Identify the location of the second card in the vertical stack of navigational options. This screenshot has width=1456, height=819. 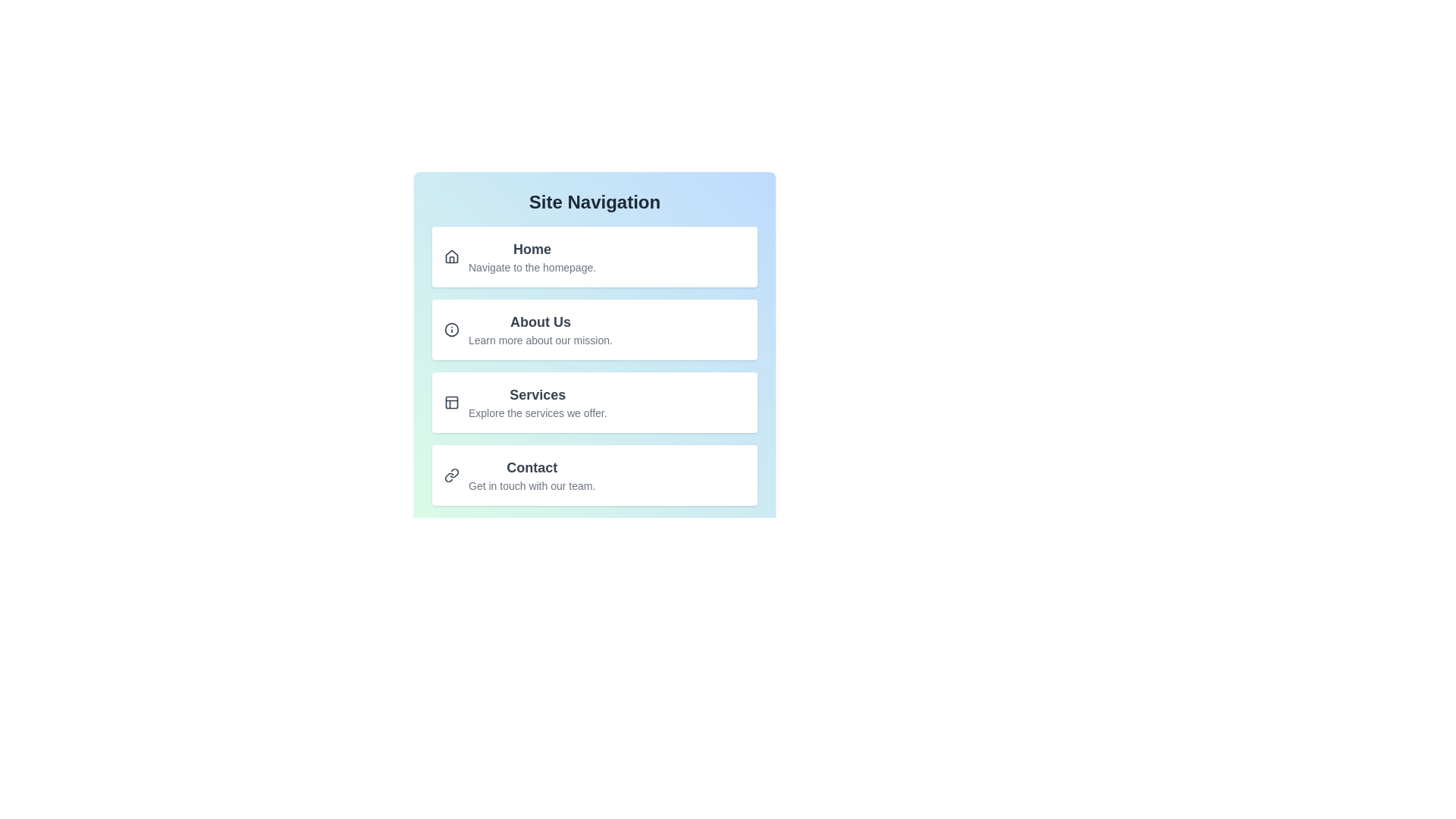
(594, 353).